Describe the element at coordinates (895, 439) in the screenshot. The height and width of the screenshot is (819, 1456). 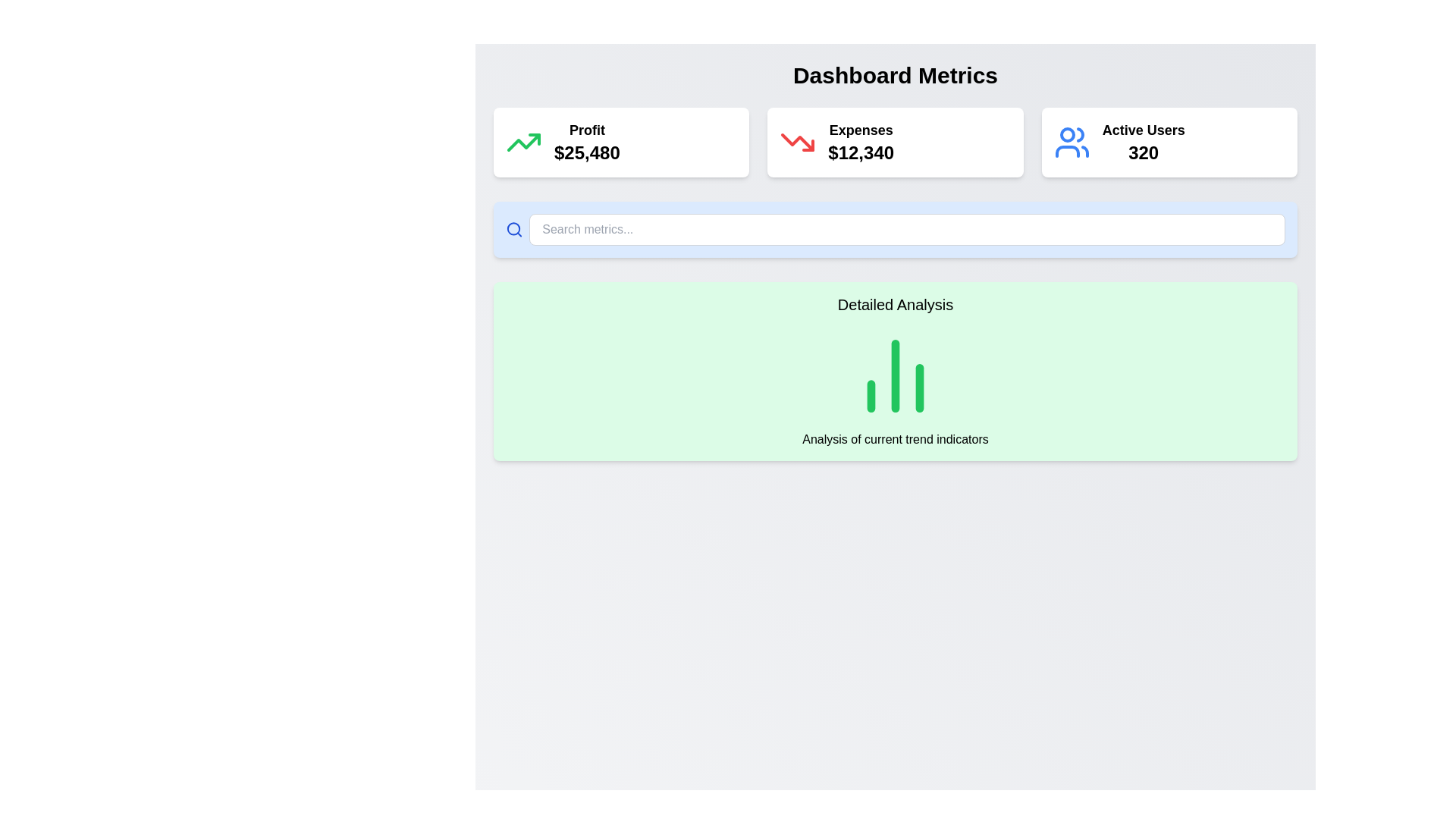
I see `text block containing 'Analysis of current trend indicators' which is centered within a light green background at the bottom of the rectangular green section` at that location.